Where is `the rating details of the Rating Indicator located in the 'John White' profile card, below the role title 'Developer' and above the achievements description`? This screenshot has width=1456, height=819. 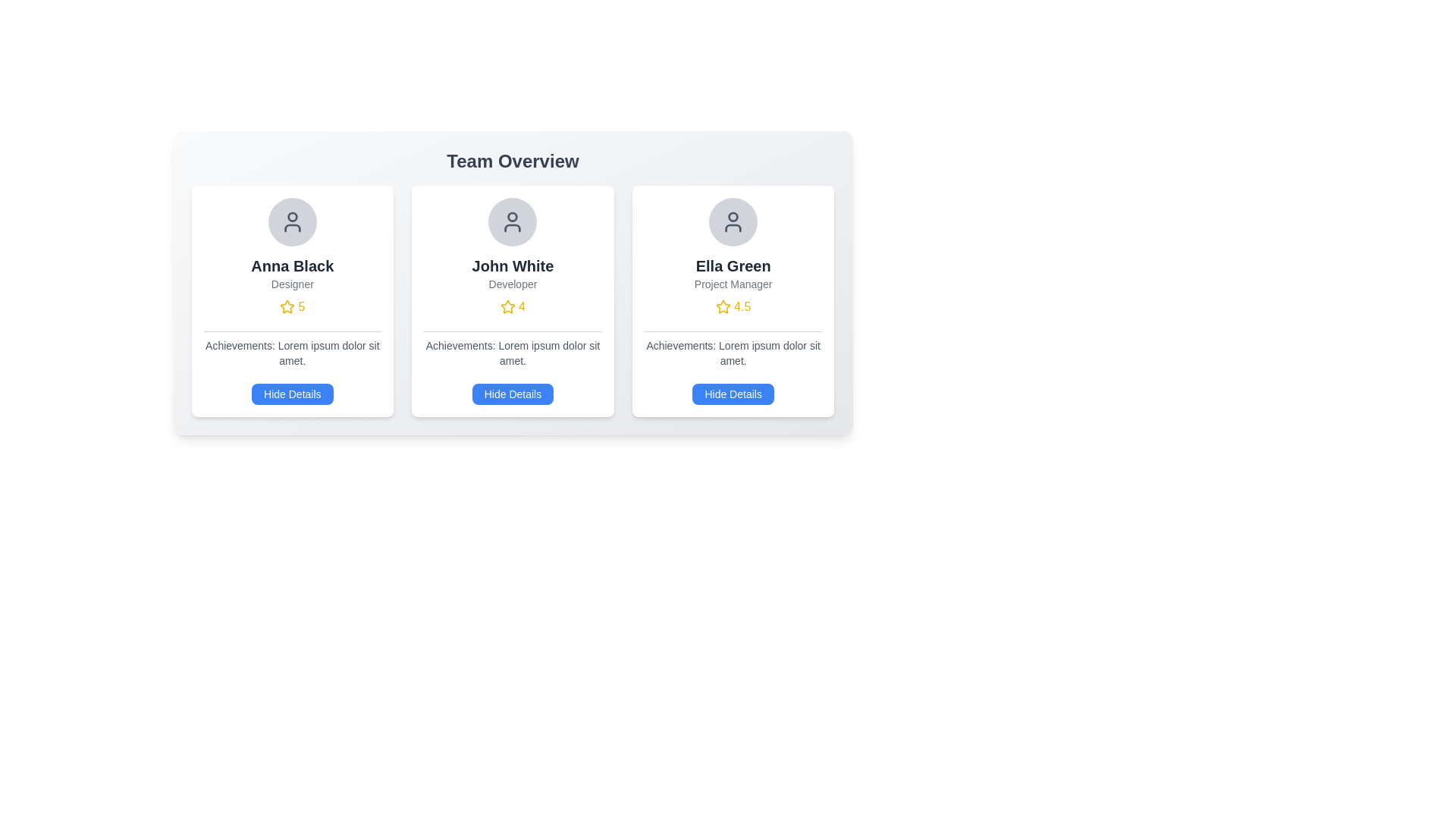 the rating details of the Rating Indicator located in the 'John White' profile card, below the role title 'Developer' and above the achievements description is located at coordinates (513, 307).